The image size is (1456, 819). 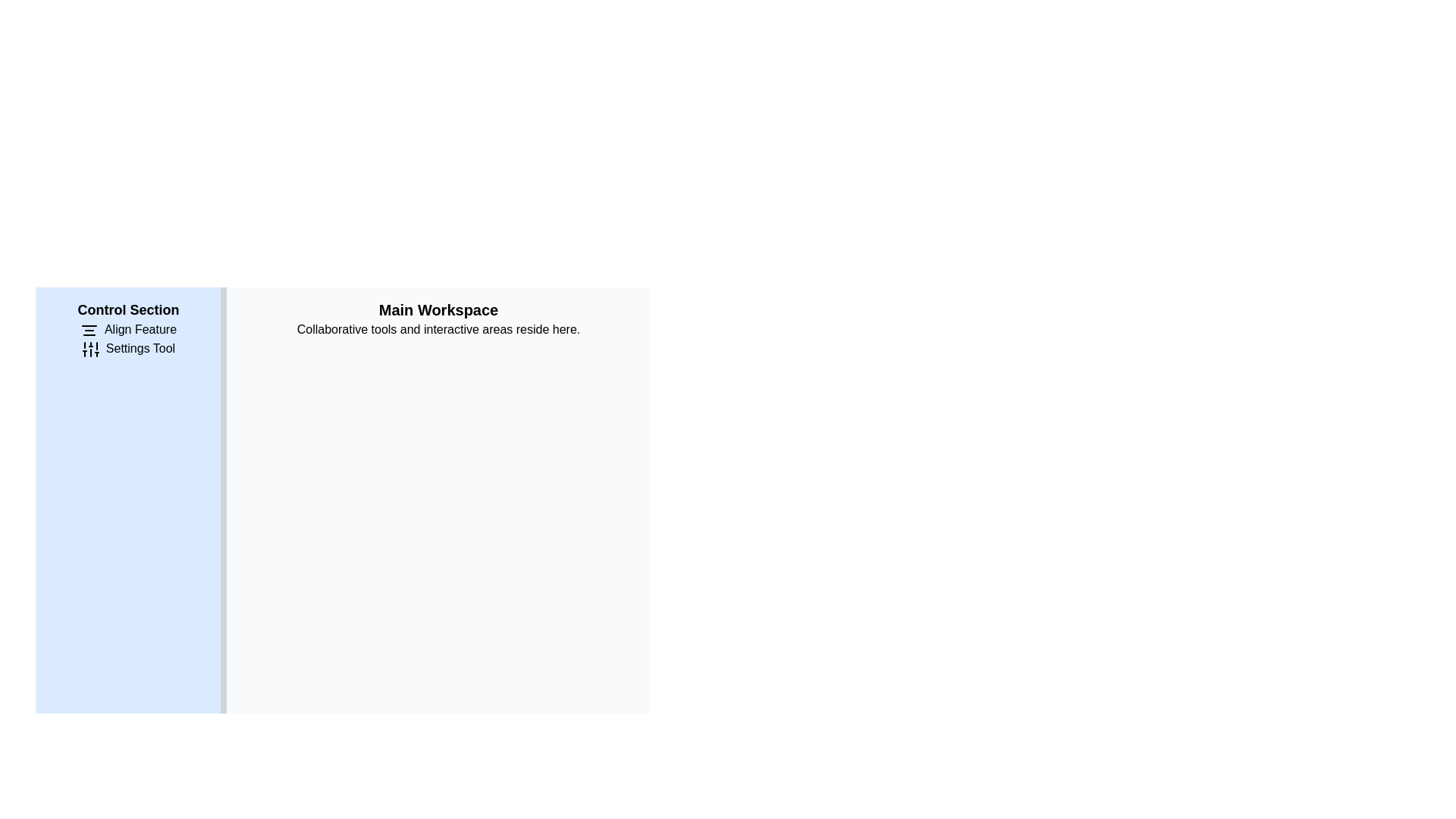 I want to click on text of the Text Label that serves as a title for the workspace section, positioned above the text 'Collaborative tools and interactive areas reside here.', so click(x=438, y=309).